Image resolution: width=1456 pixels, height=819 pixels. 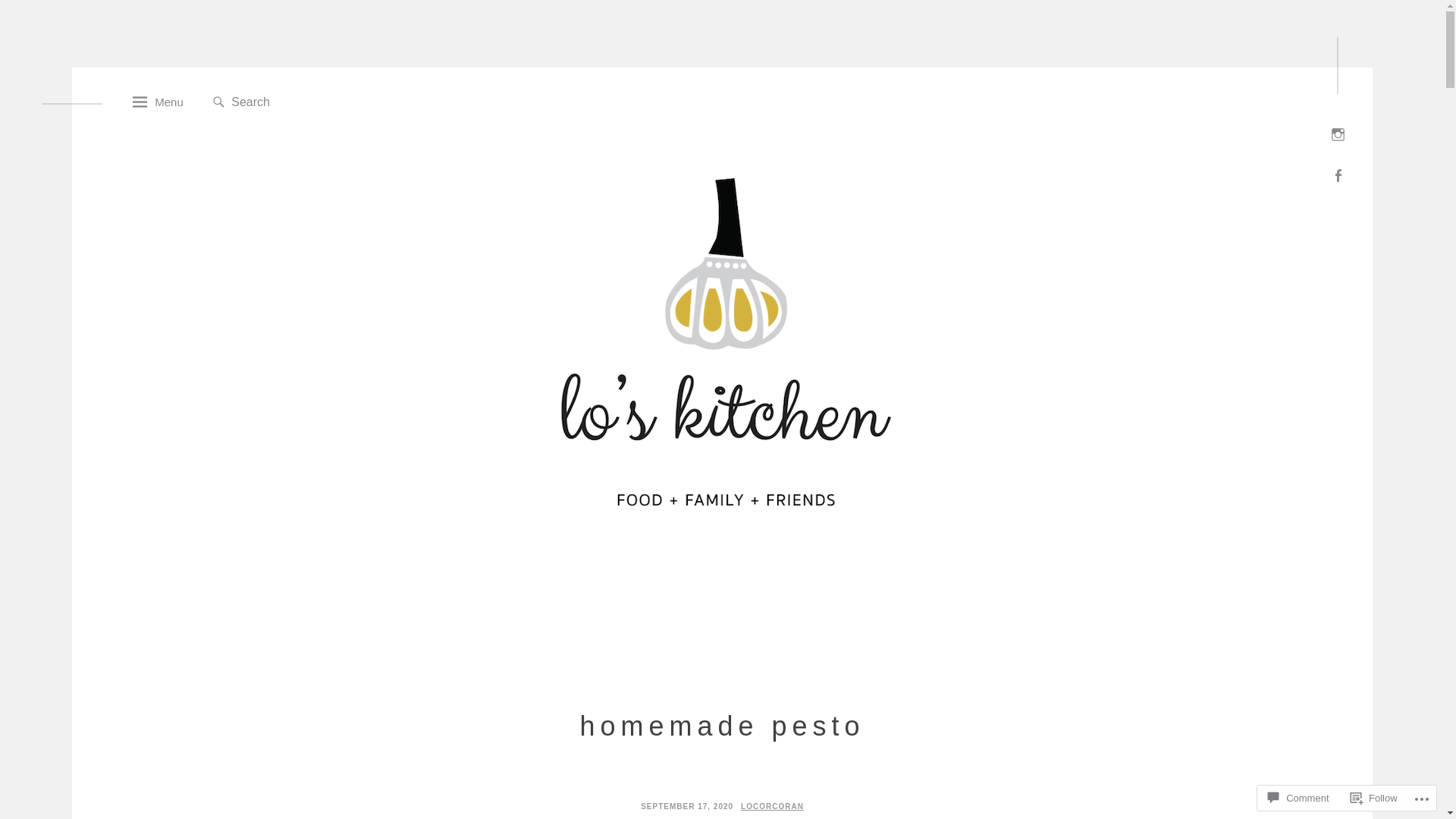 What do you see at coordinates (158, 102) in the screenshot?
I see `'Menu'` at bounding box center [158, 102].